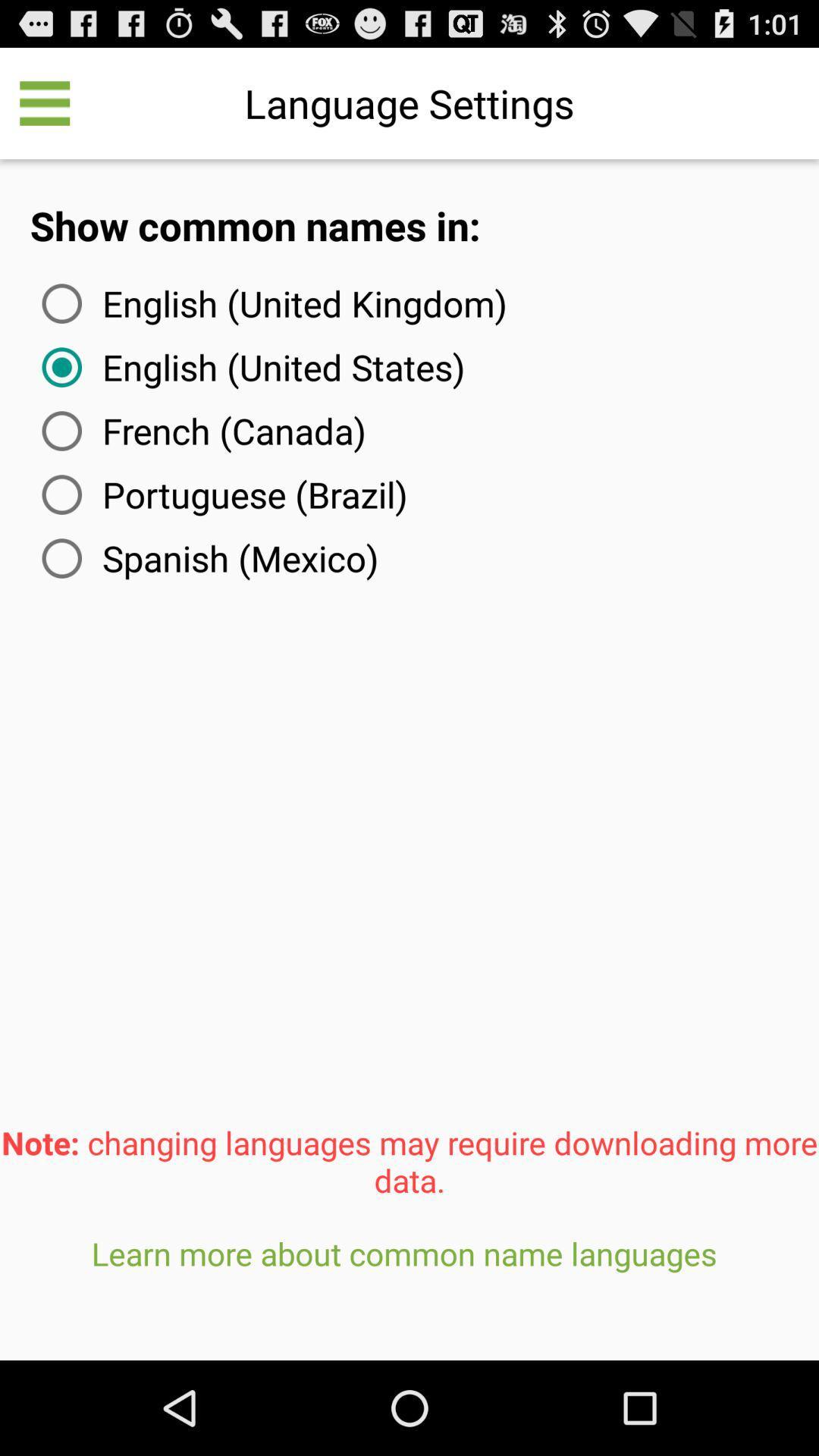 The image size is (819, 1456). Describe the element at coordinates (200, 430) in the screenshot. I see `french (canada) item` at that location.